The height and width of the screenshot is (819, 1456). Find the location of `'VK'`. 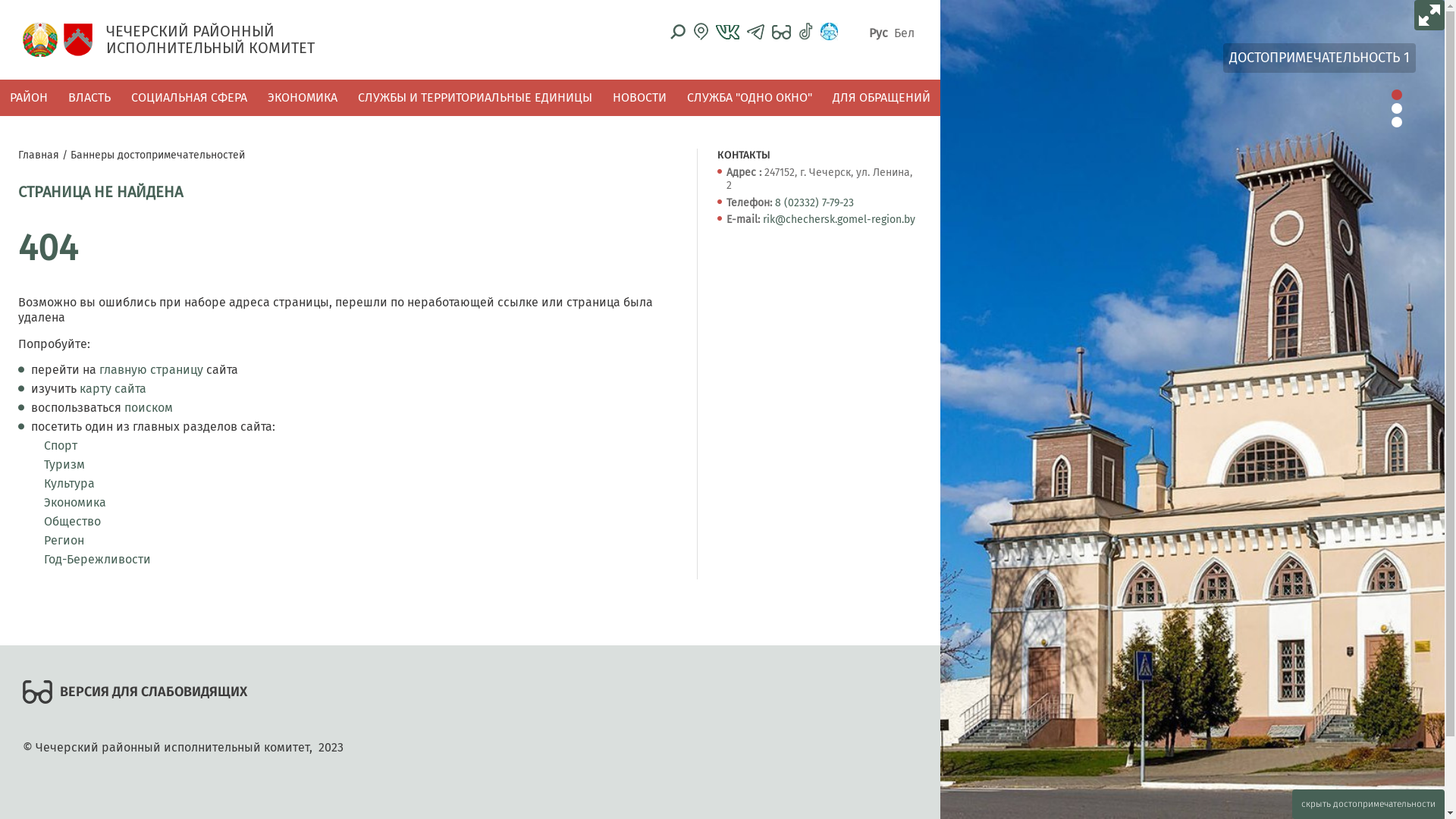

'VK' is located at coordinates (726, 32).